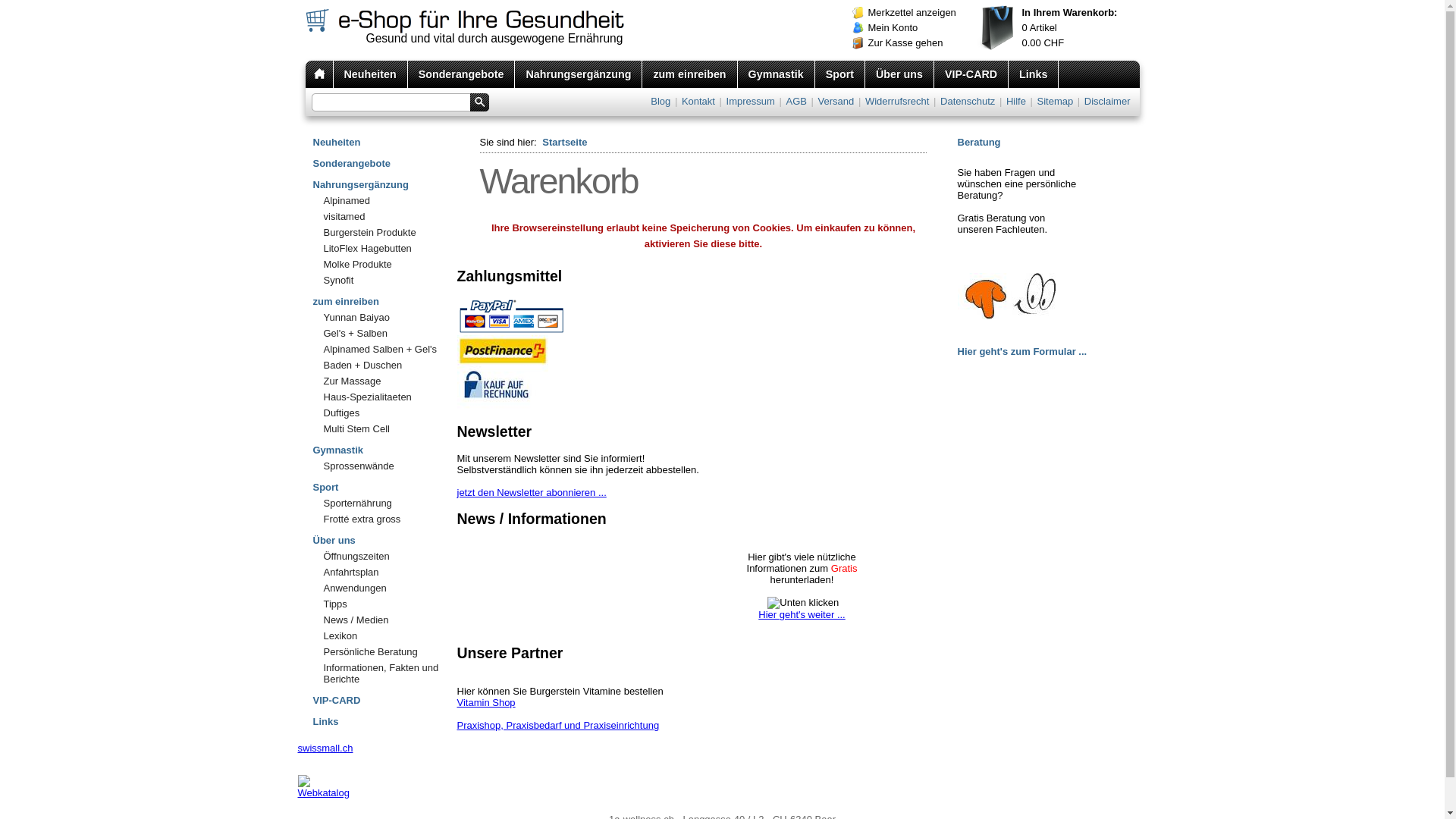  I want to click on 'Anfahrtsplan', so click(384, 572).